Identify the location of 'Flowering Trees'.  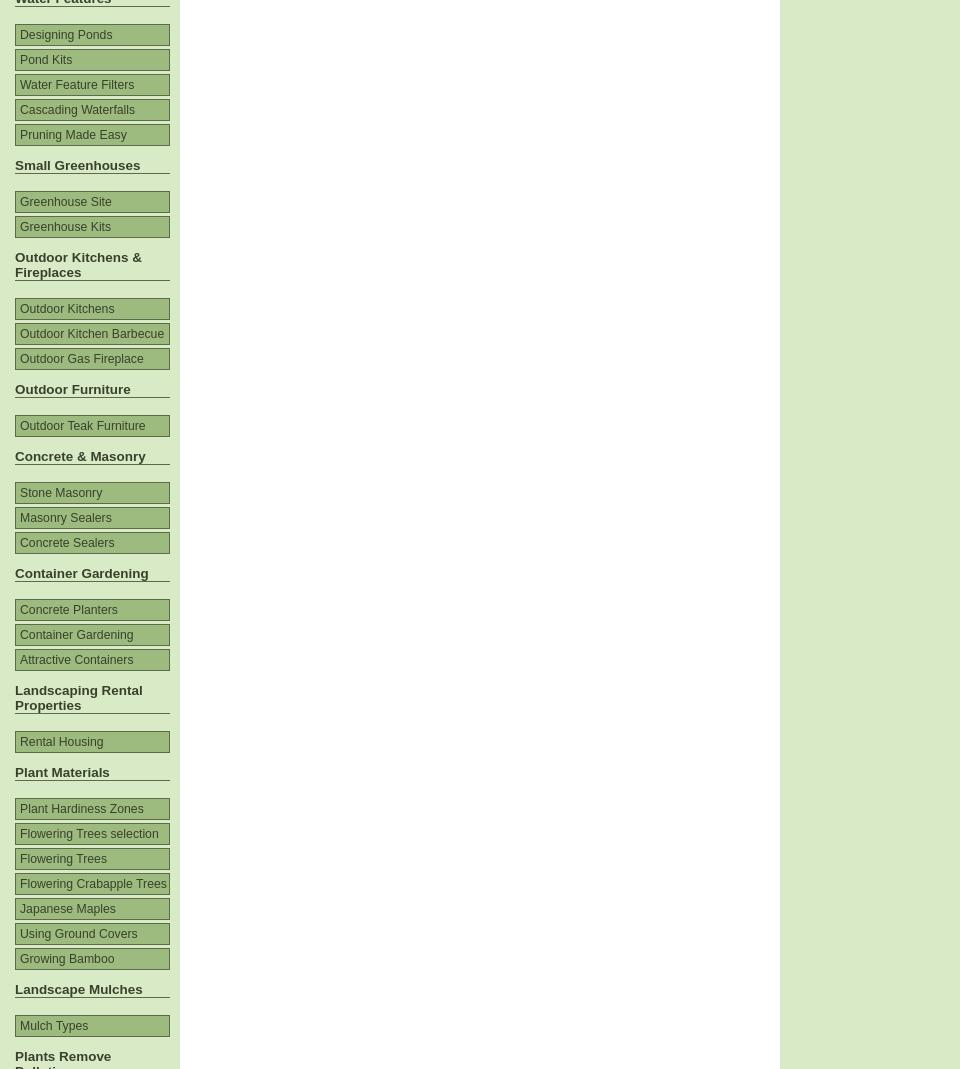
(18, 858).